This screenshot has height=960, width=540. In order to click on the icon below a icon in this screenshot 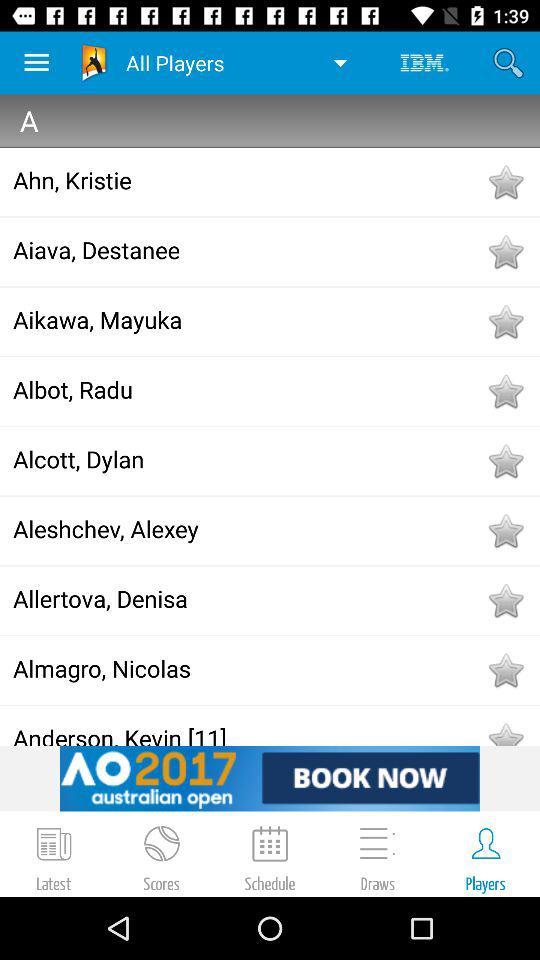, I will do `click(248, 179)`.